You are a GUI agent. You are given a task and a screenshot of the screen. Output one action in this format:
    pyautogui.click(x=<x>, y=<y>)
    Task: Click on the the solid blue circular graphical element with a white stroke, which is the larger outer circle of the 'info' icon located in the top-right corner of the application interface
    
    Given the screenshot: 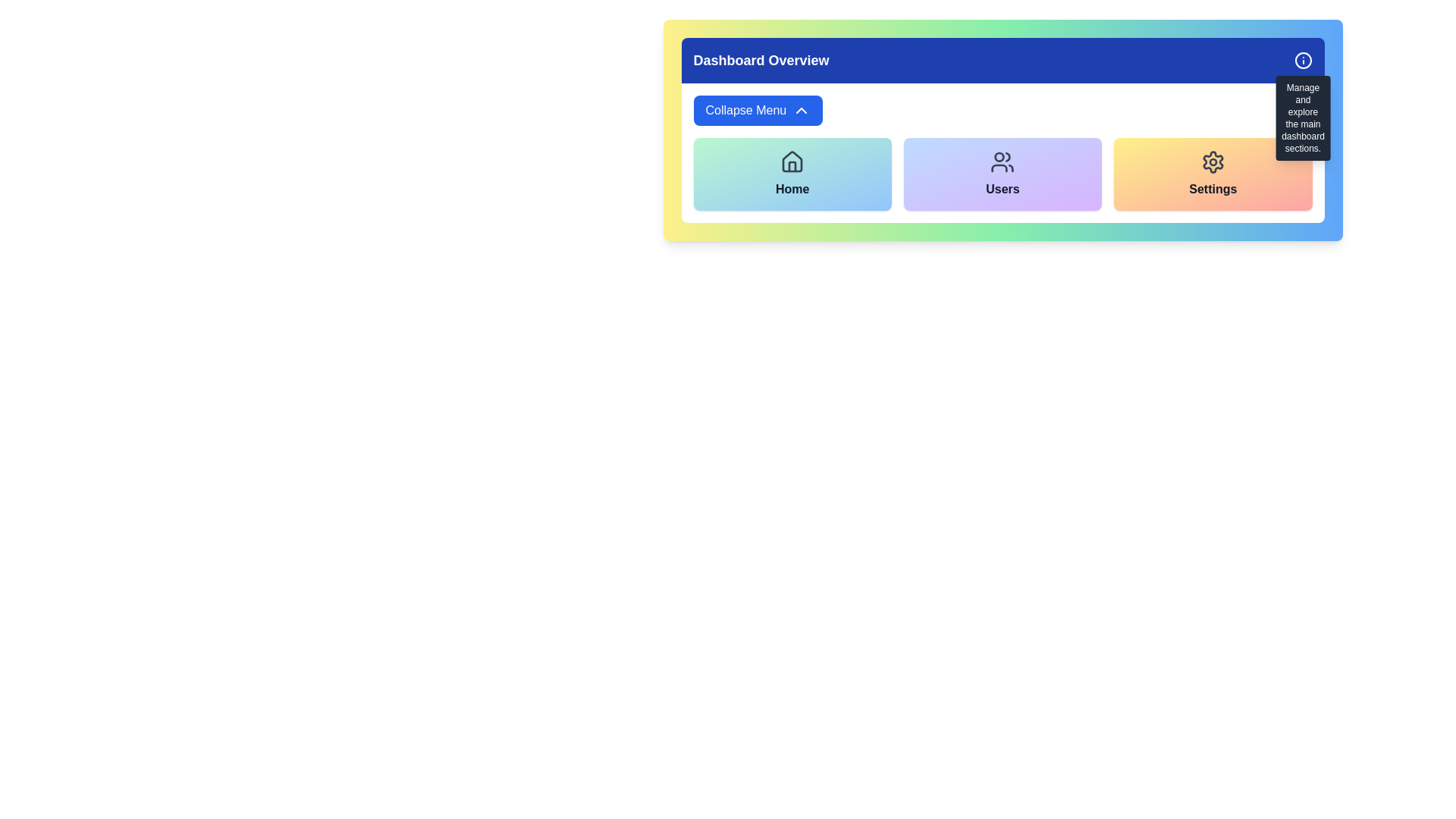 What is the action you would take?
    pyautogui.click(x=1302, y=60)
    